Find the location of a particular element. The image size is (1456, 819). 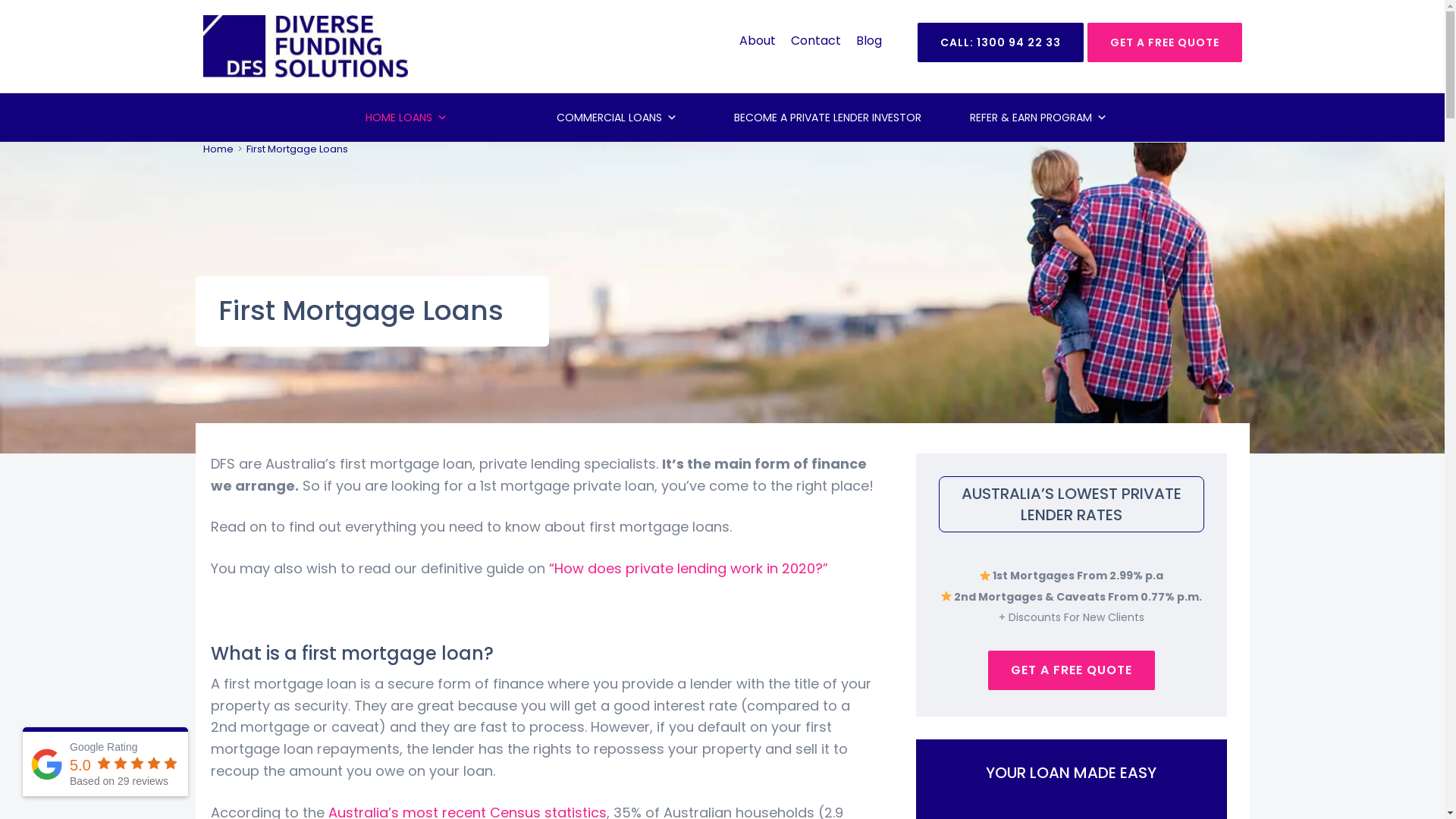

'Blog' is located at coordinates (868, 39).